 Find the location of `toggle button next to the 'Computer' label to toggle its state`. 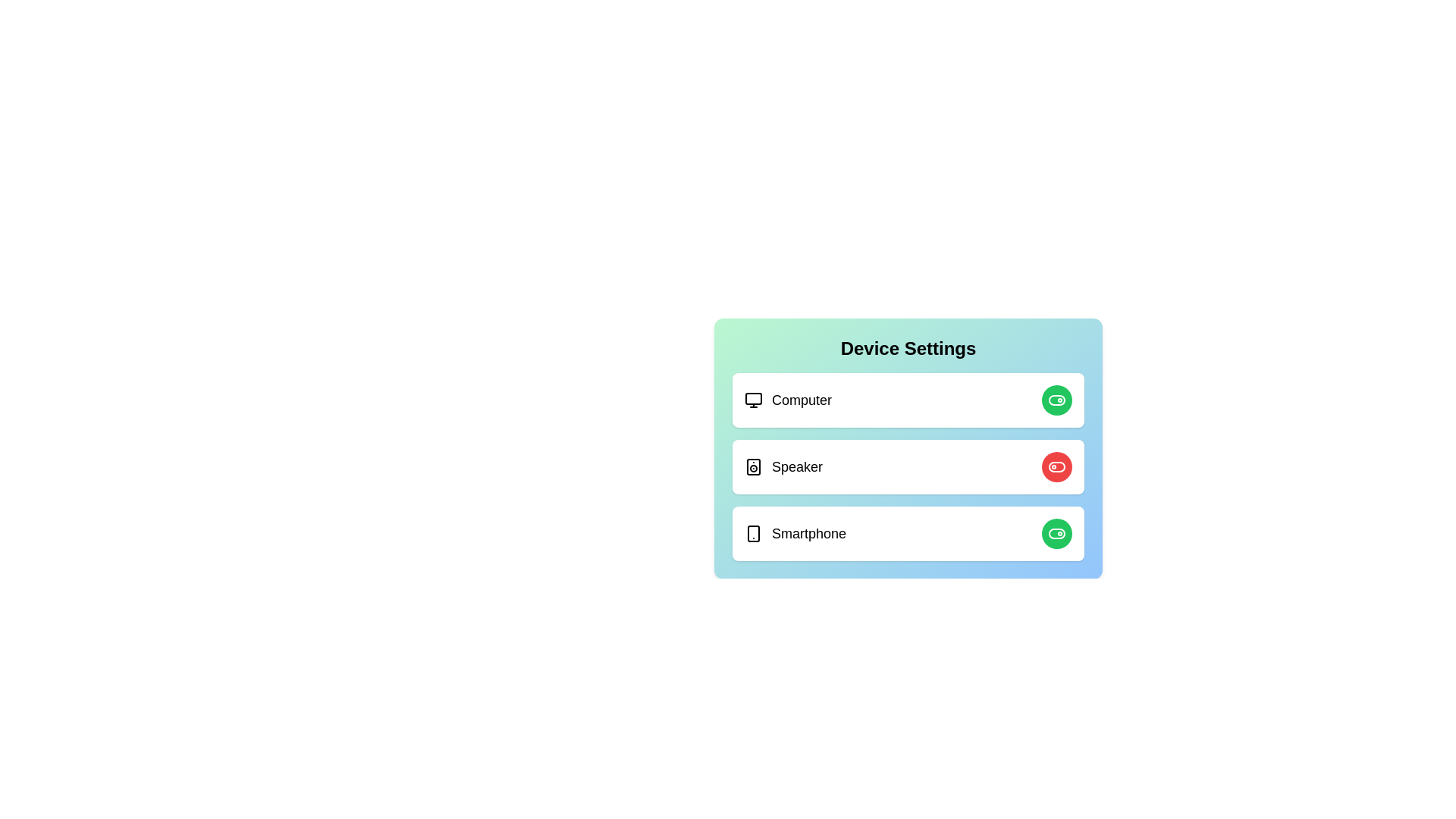

toggle button next to the 'Computer' label to toggle its state is located at coordinates (1056, 400).